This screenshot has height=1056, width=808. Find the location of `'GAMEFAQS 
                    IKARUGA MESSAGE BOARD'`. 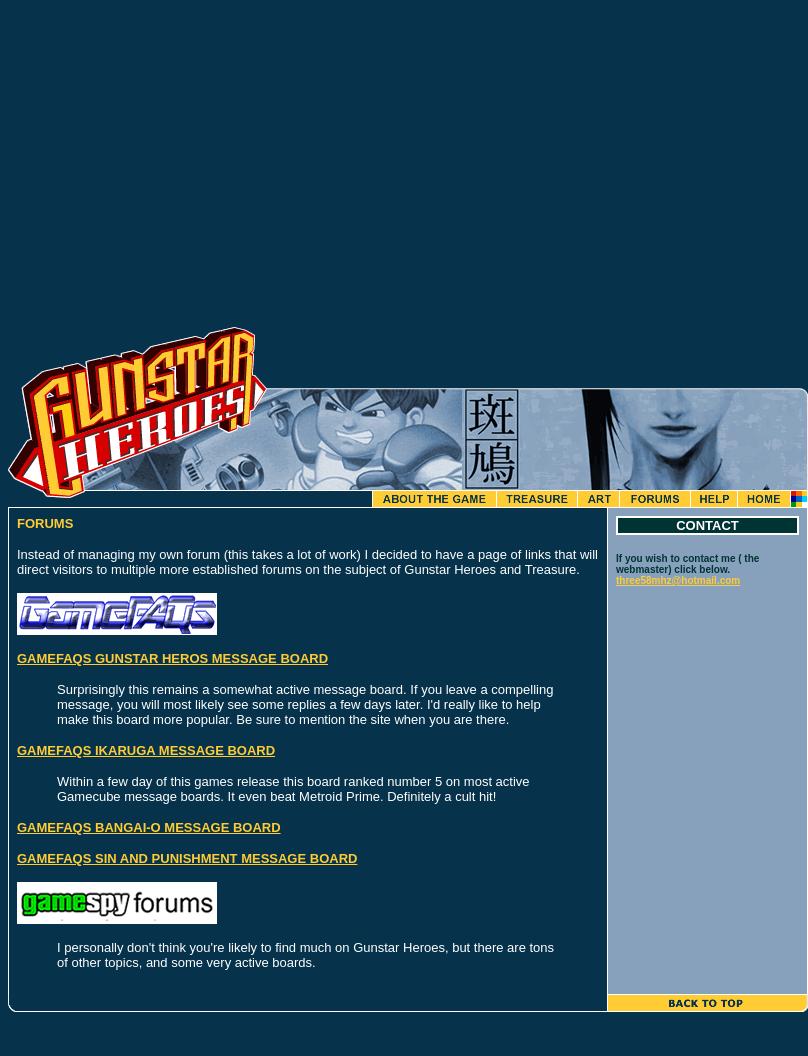

'GAMEFAQS 
                    IKARUGA MESSAGE BOARD' is located at coordinates (145, 749).